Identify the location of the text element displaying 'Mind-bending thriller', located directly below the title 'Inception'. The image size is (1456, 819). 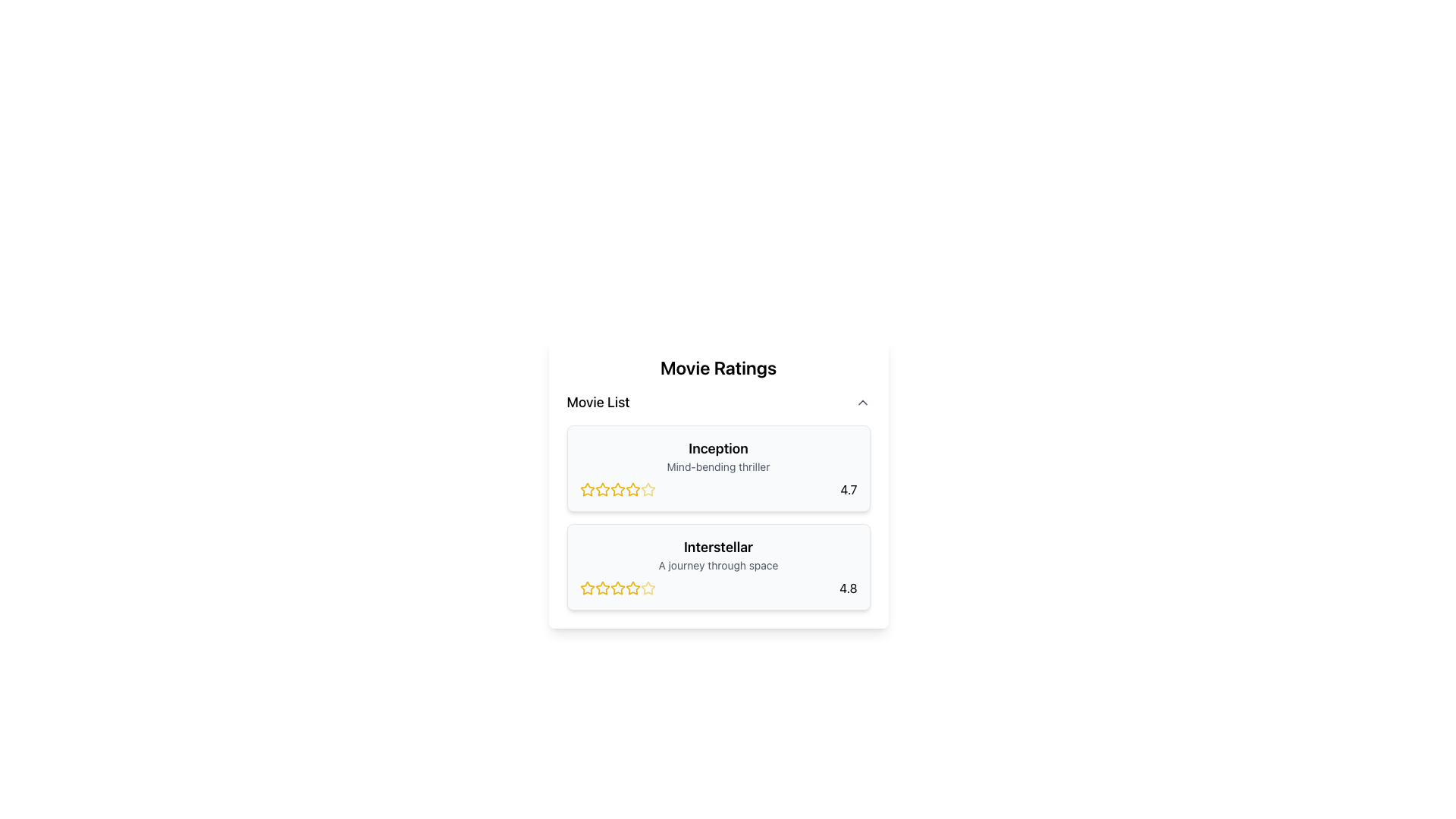
(717, 466).